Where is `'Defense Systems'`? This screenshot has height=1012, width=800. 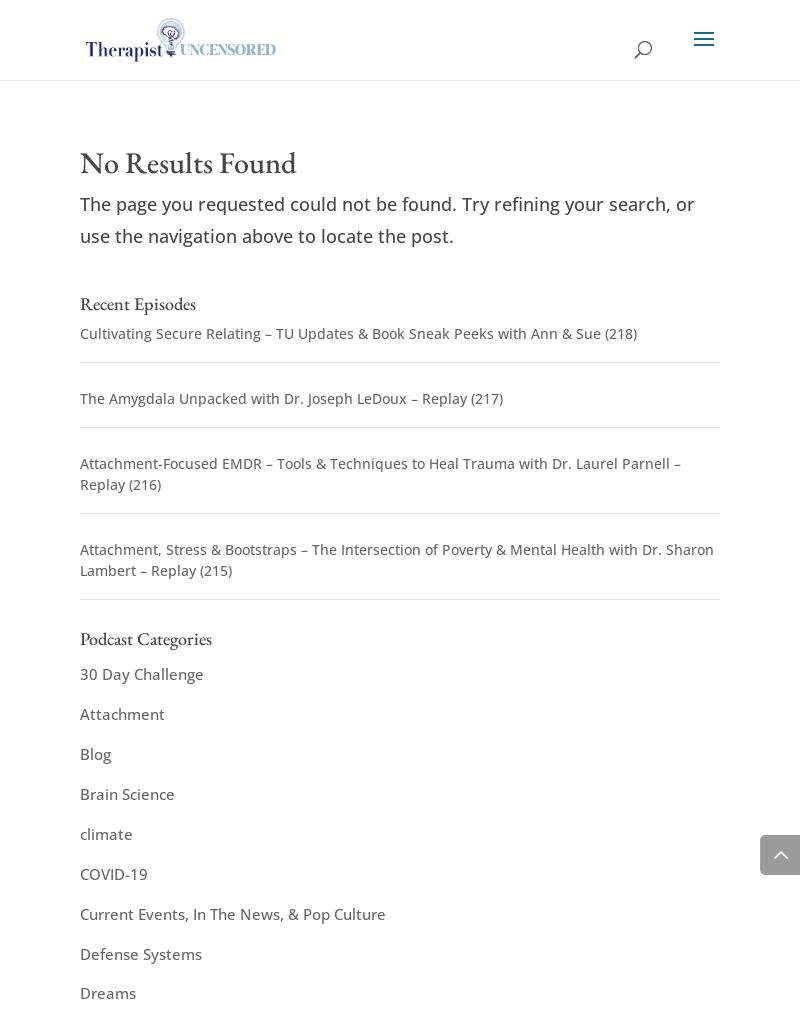
'Defense Systems' is located at coordinates (141, 953).